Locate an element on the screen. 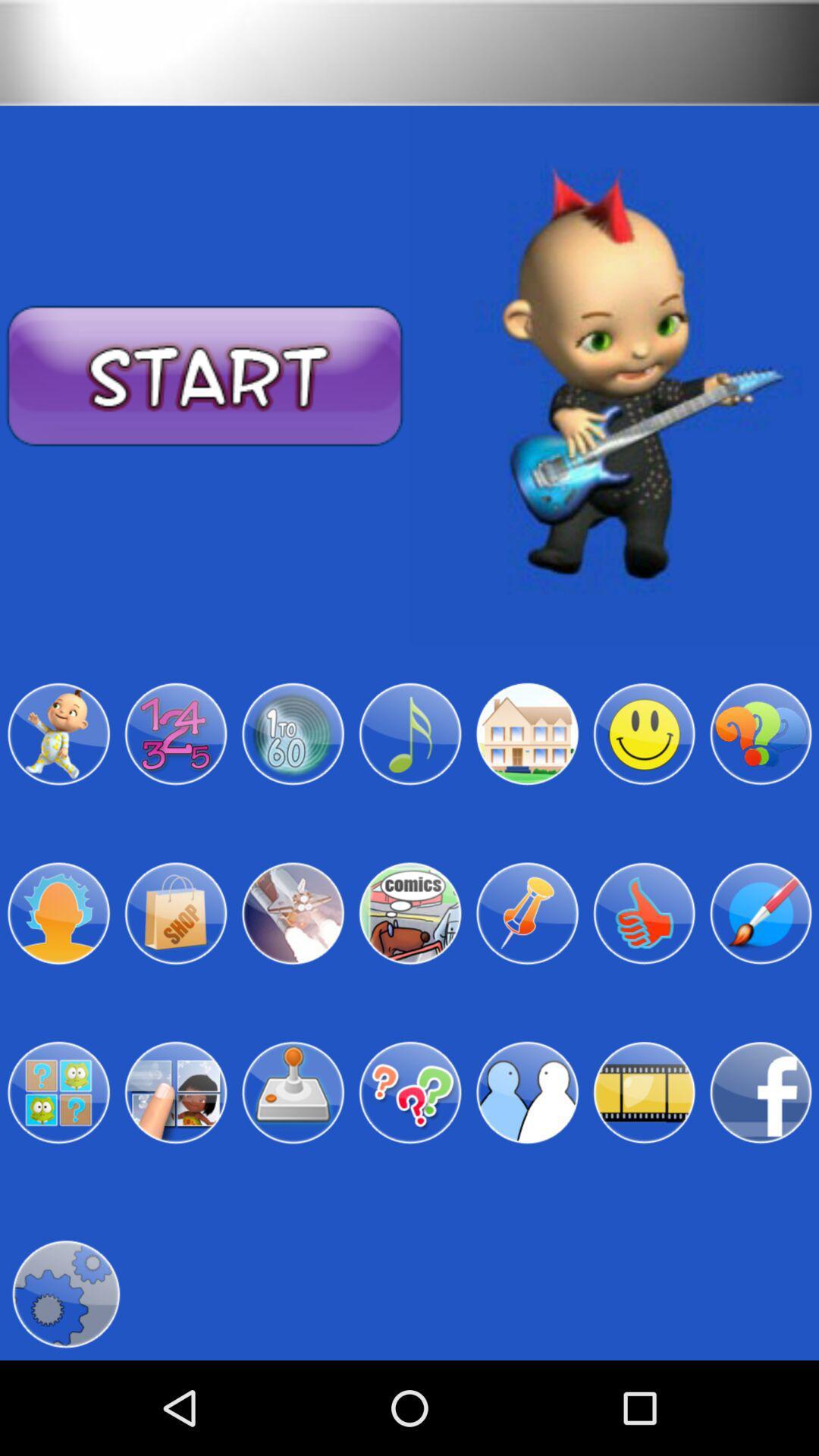 The width and height of the screenshot is (819, 1456). choose pin is located at coordinates (526, 912).